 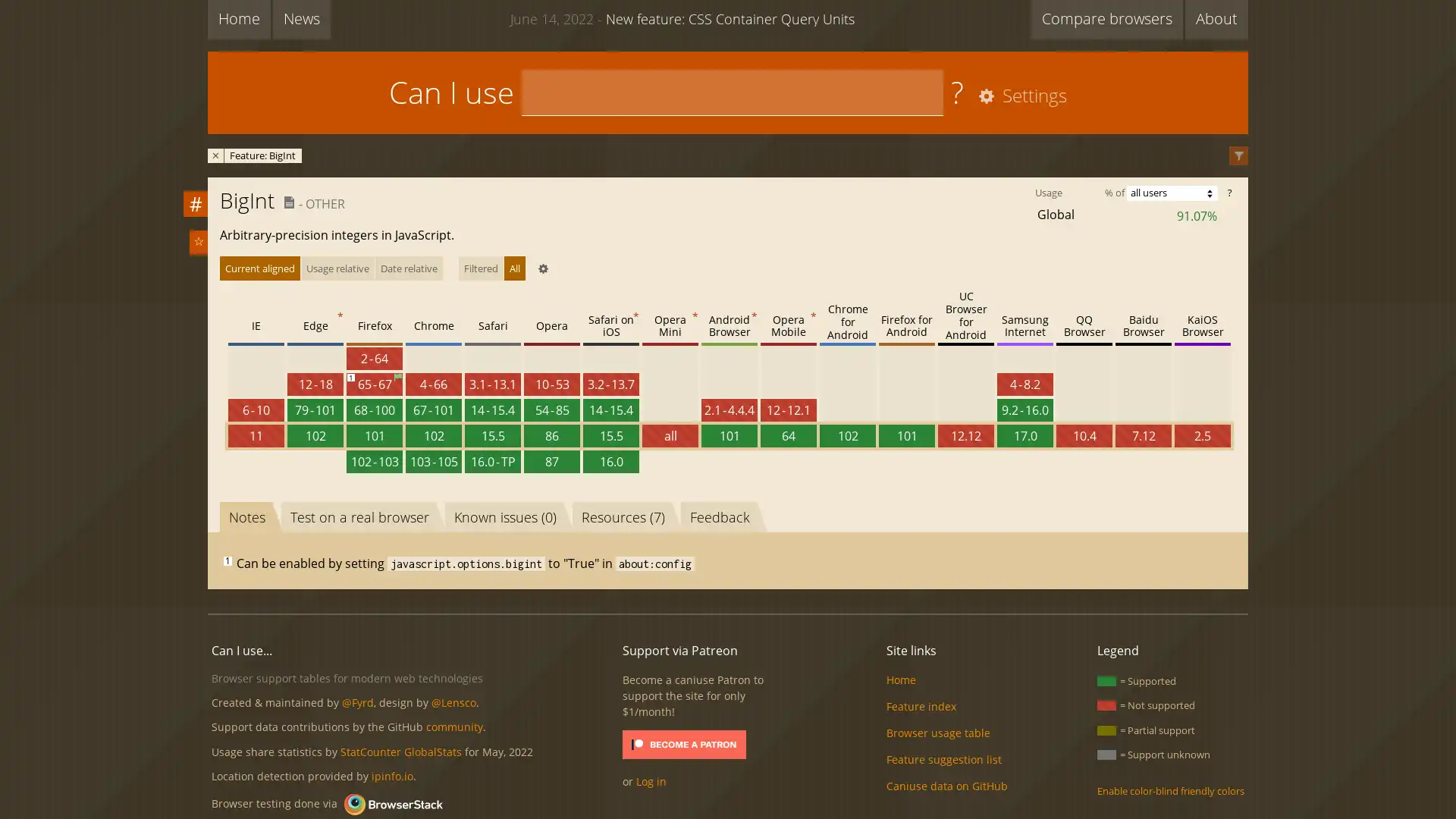 What do you see at coordinates (409, 268) in the screenshot?
I see `Date relative` at bounding box center [409, 268].